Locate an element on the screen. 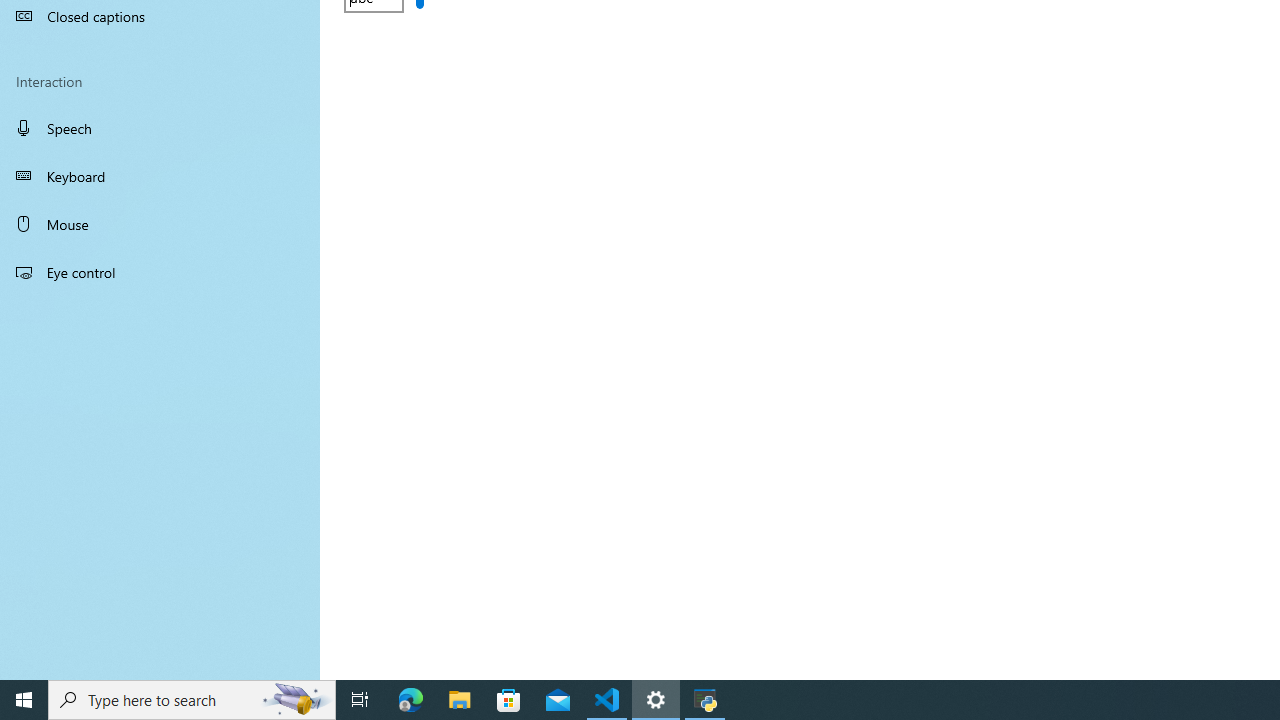 This screenshot has width=1280, height=720. 'Search highlights icon opens search home window' is located at coordinates (294, 698).